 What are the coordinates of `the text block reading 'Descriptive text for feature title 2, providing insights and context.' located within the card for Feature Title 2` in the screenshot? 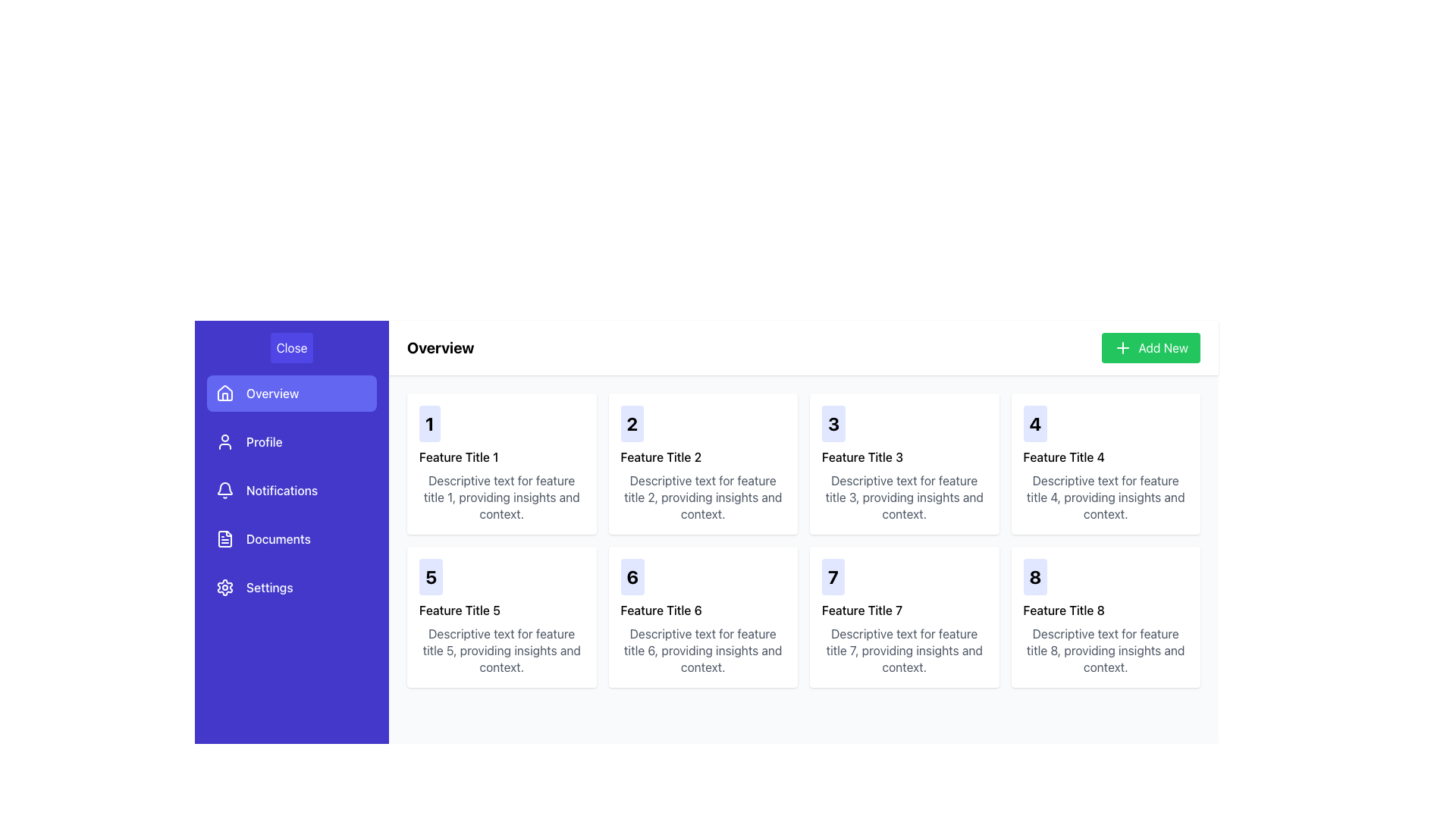 It's located at (702, 497).